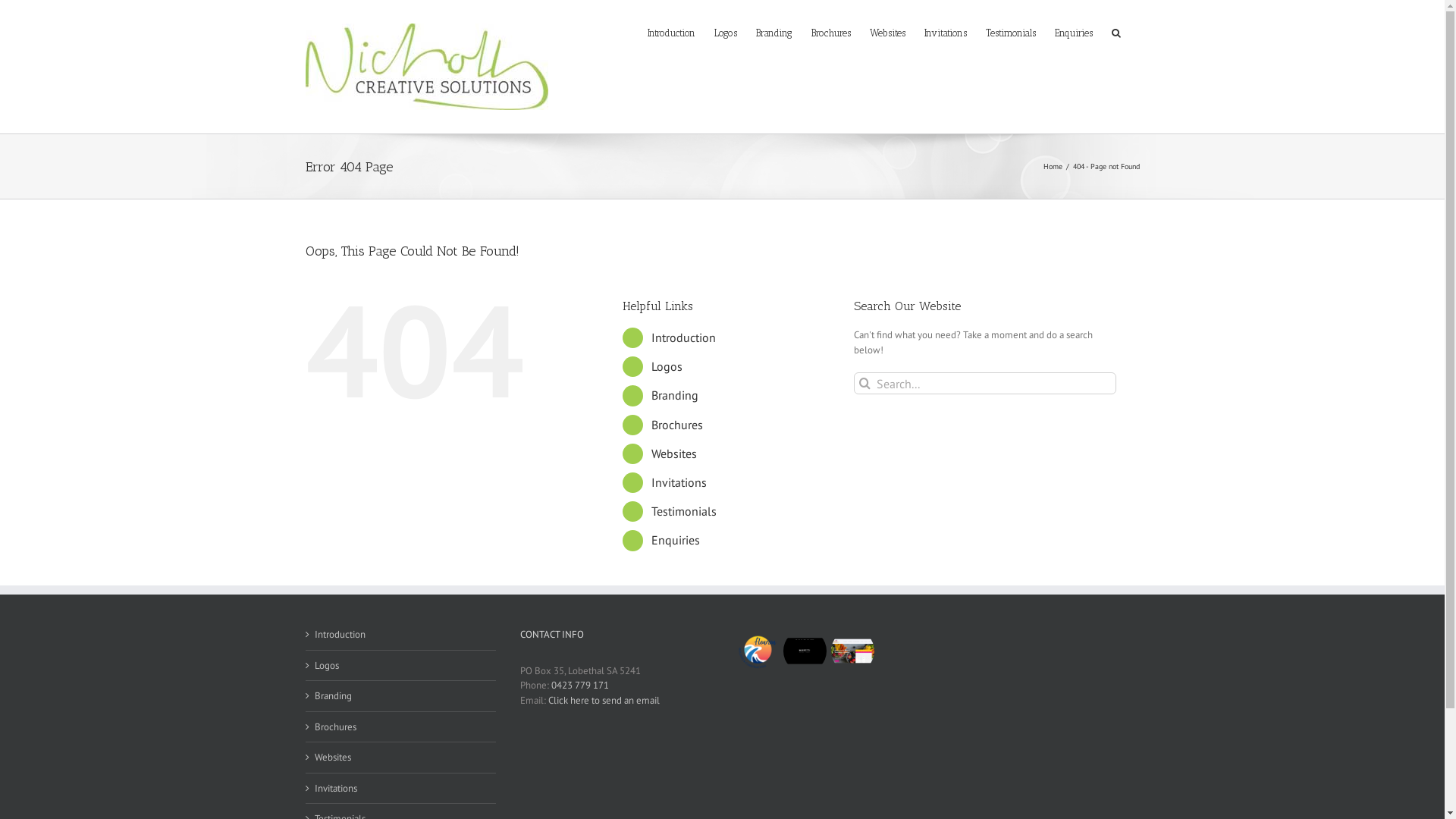 This screenshot has height=819, width=1456. What do you see at coordinates (400, 696) in the screenshot?
I see `'Branding'` at bounding box center [400, 696].